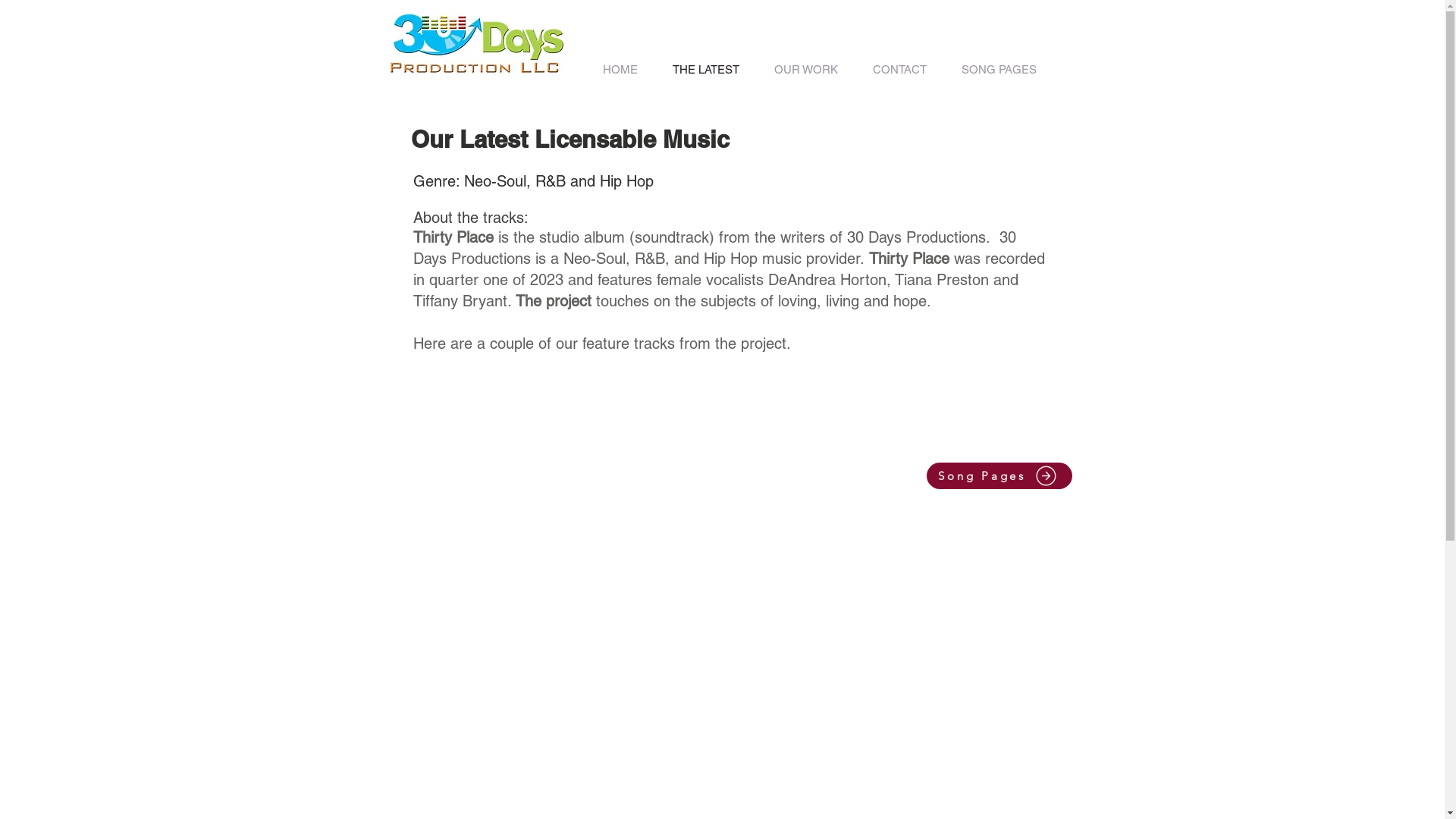 The width and height of the screenshot is (1456, 819). I want to click on 'HOME', so click(585, 69).